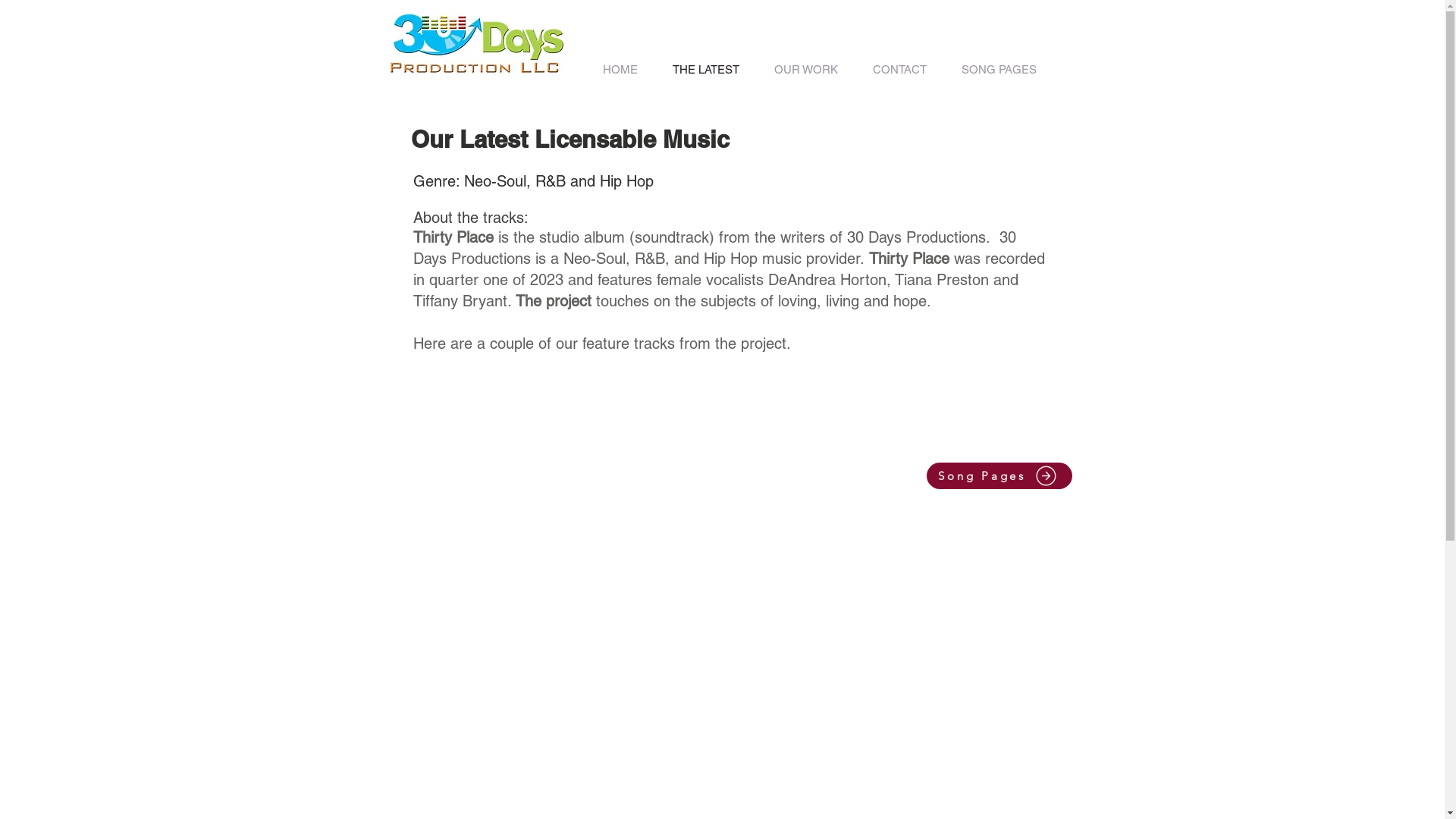 The width and height of the screenshot is (1456, 819). I want to click on 'HOME', so click(585, 69).